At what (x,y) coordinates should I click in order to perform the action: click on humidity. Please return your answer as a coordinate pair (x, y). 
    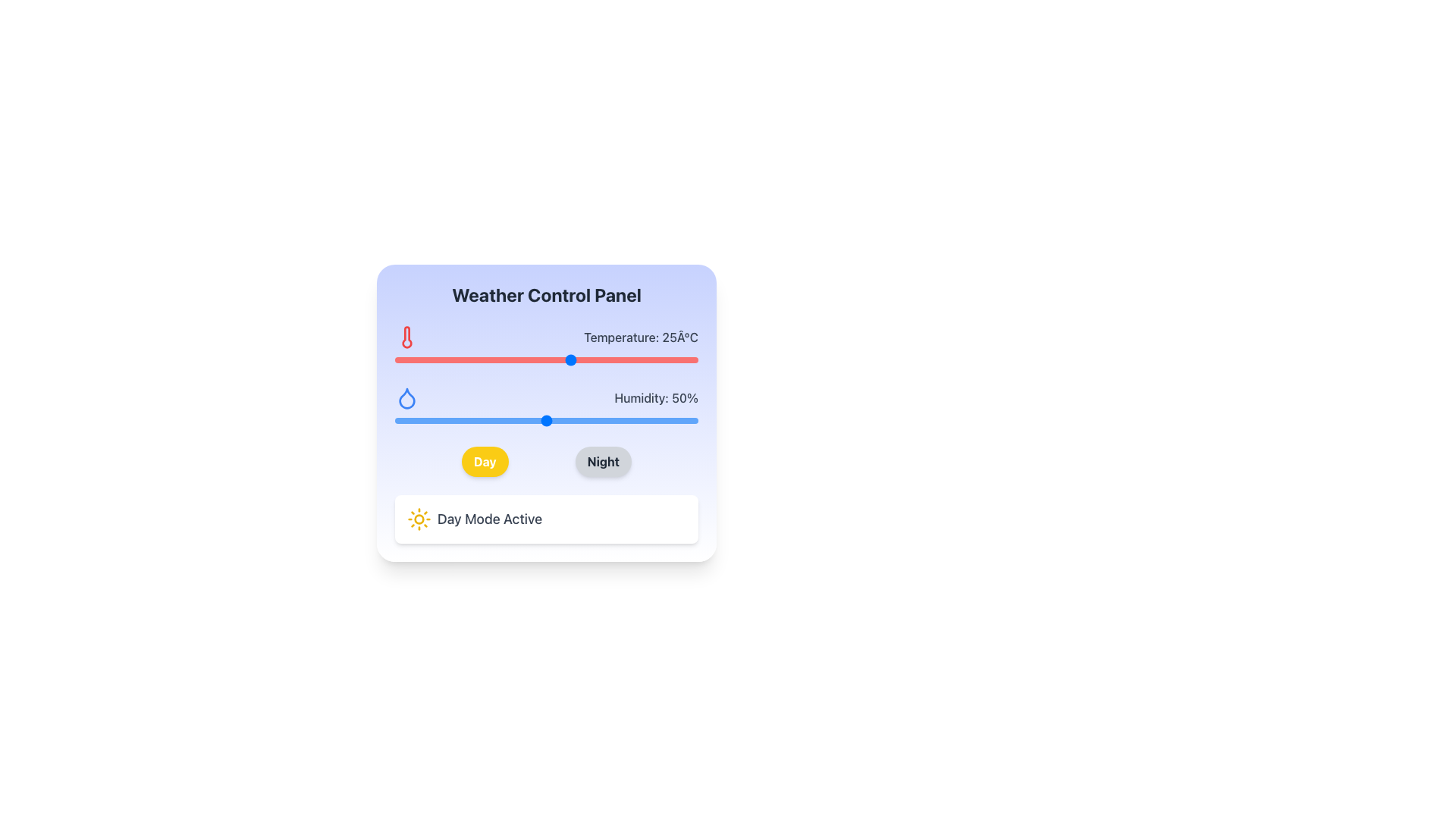
    Looking at the image, I should click on (436, 421).